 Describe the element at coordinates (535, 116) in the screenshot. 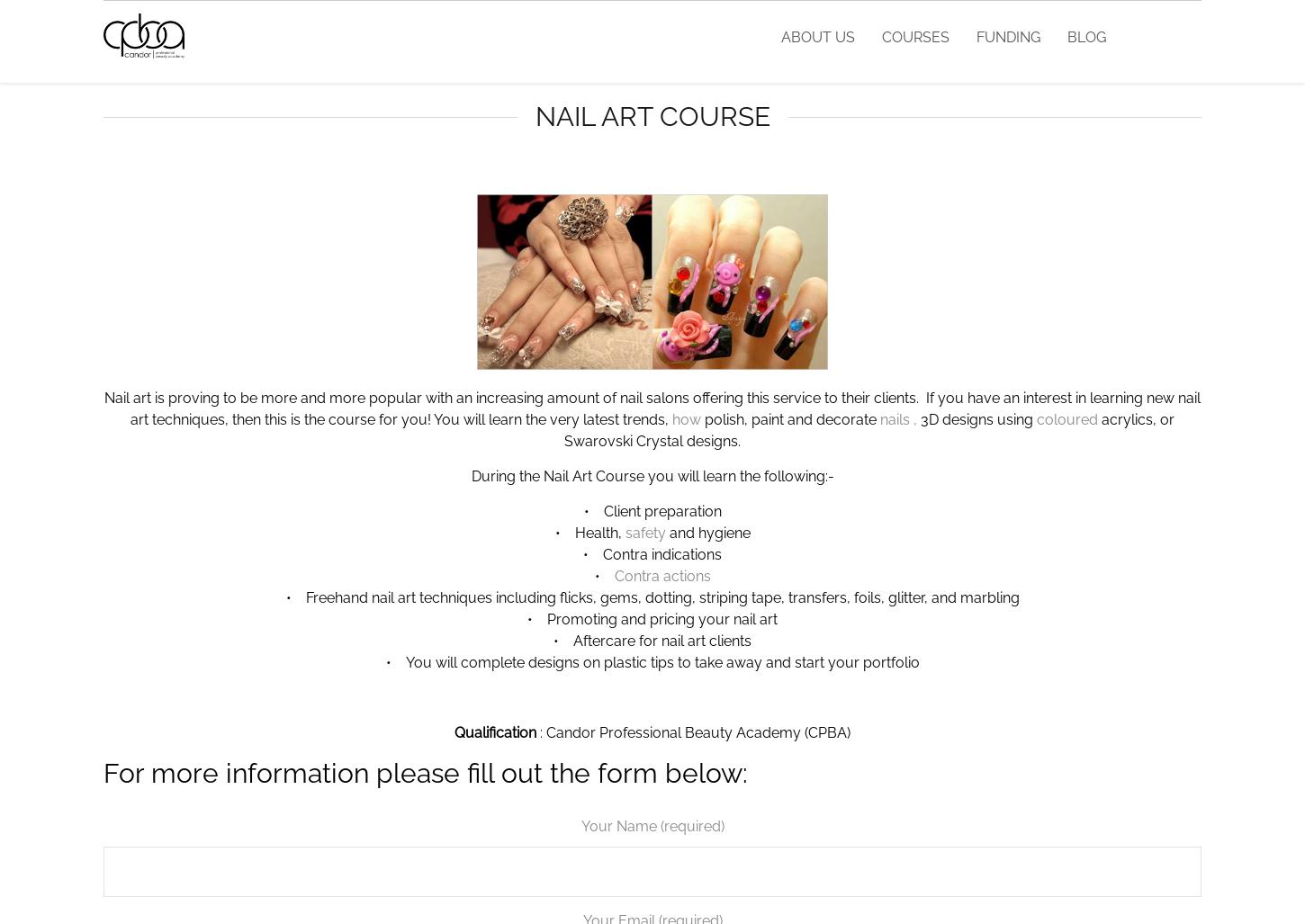

I see `'Nail Art Course'` at that location.